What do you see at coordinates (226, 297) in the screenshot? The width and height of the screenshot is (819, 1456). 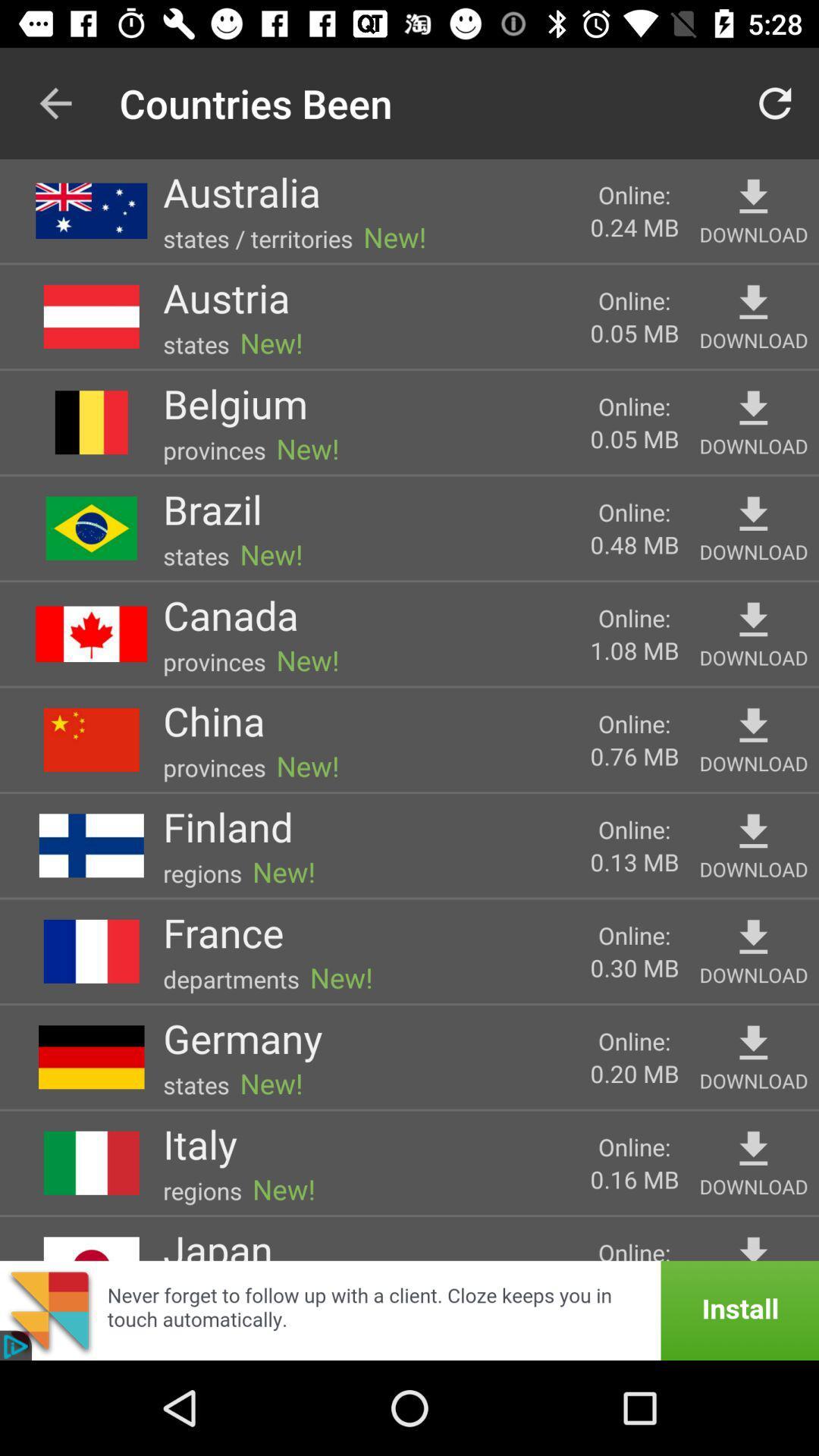 I see `item above new!` at bounding box center [226, 297].